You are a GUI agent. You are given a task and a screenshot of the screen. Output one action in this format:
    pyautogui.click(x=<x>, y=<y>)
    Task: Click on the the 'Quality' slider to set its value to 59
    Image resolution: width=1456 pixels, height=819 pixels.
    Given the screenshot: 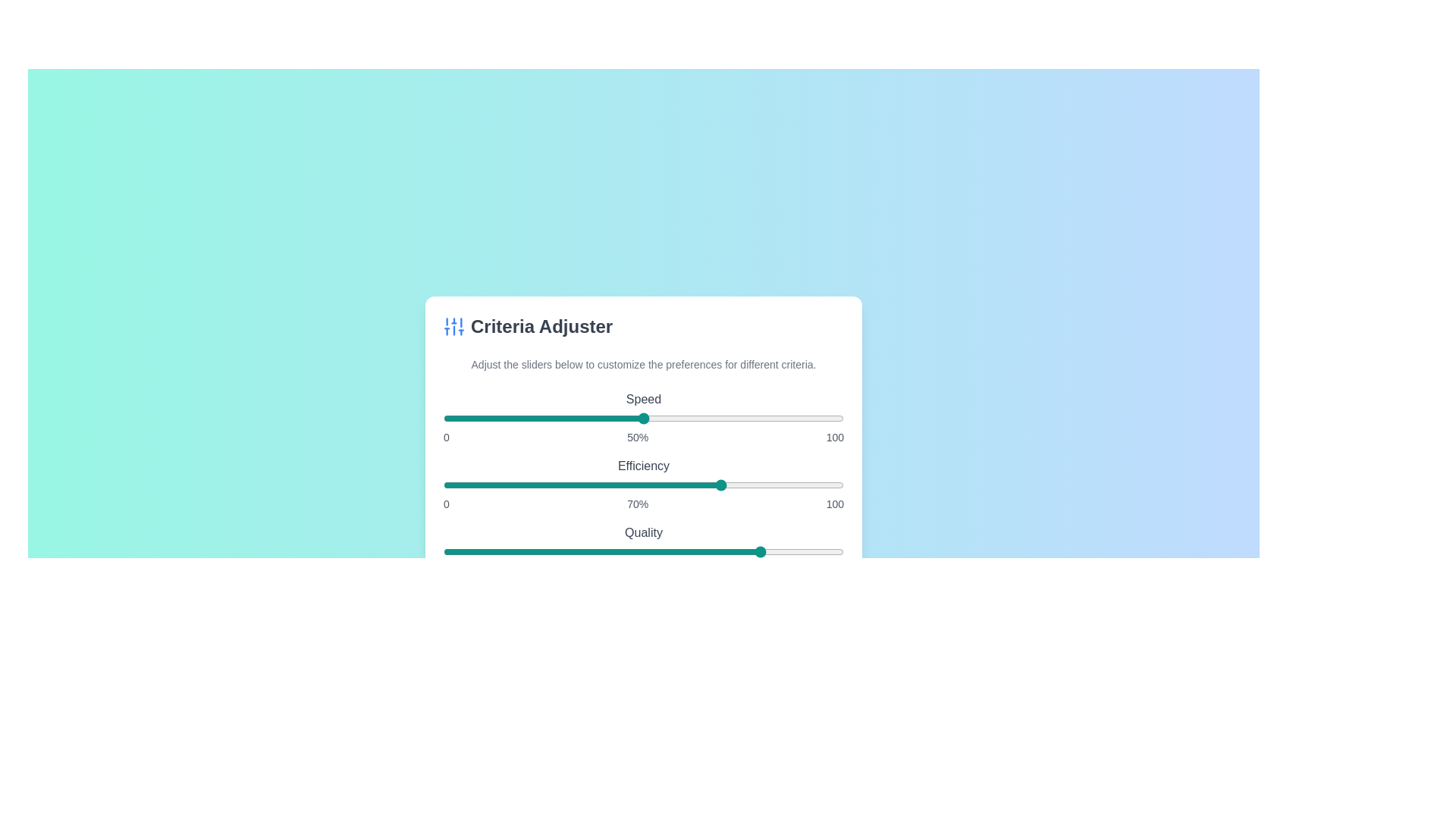 What is the action you would take?
    pyautogui.click(x=679, y=552)
    